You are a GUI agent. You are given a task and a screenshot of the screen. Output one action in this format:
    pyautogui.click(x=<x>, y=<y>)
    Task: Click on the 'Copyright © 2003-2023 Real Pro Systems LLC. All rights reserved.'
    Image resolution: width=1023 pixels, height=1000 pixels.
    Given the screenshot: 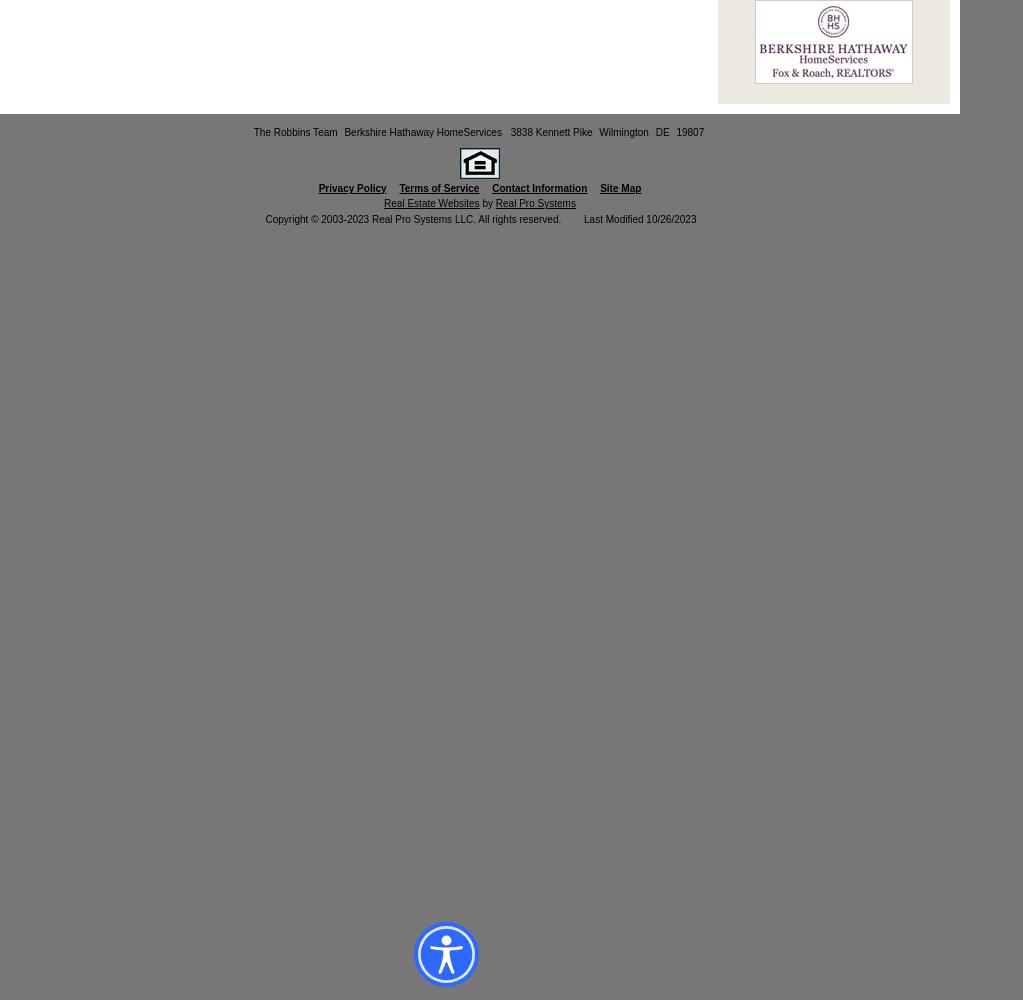 What is the action you would take?
    pyautogui.click(x=414, y=218)
    